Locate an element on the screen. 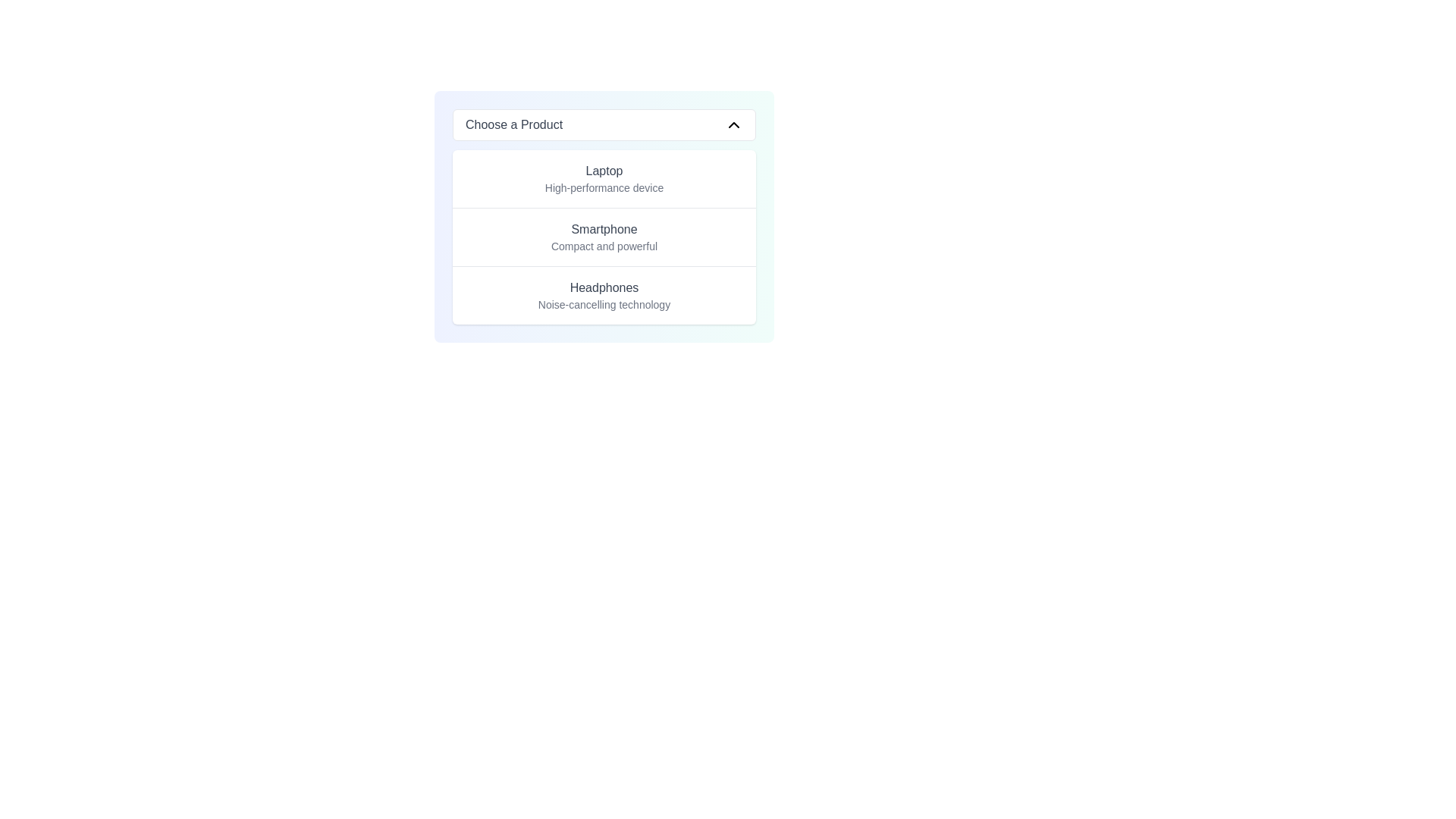 This screenshot has height=819, width=1456. the 'Headphones' text label, which is the main title of the third item in the 'Choose a Product' dropdown menu is located at coordinates (603, 288).